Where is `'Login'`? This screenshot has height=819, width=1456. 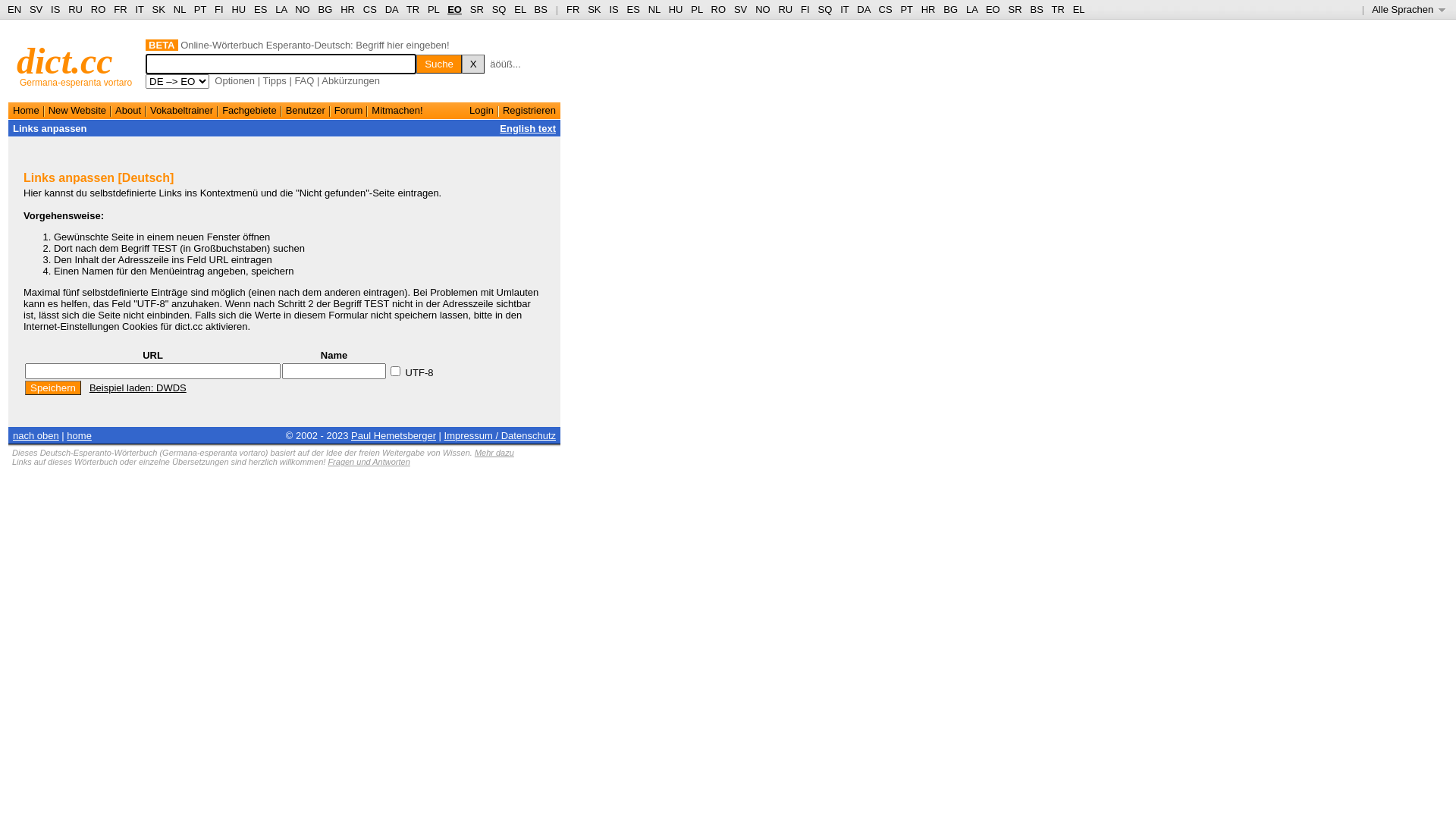
'Login' is located at coordinates (469, 109).